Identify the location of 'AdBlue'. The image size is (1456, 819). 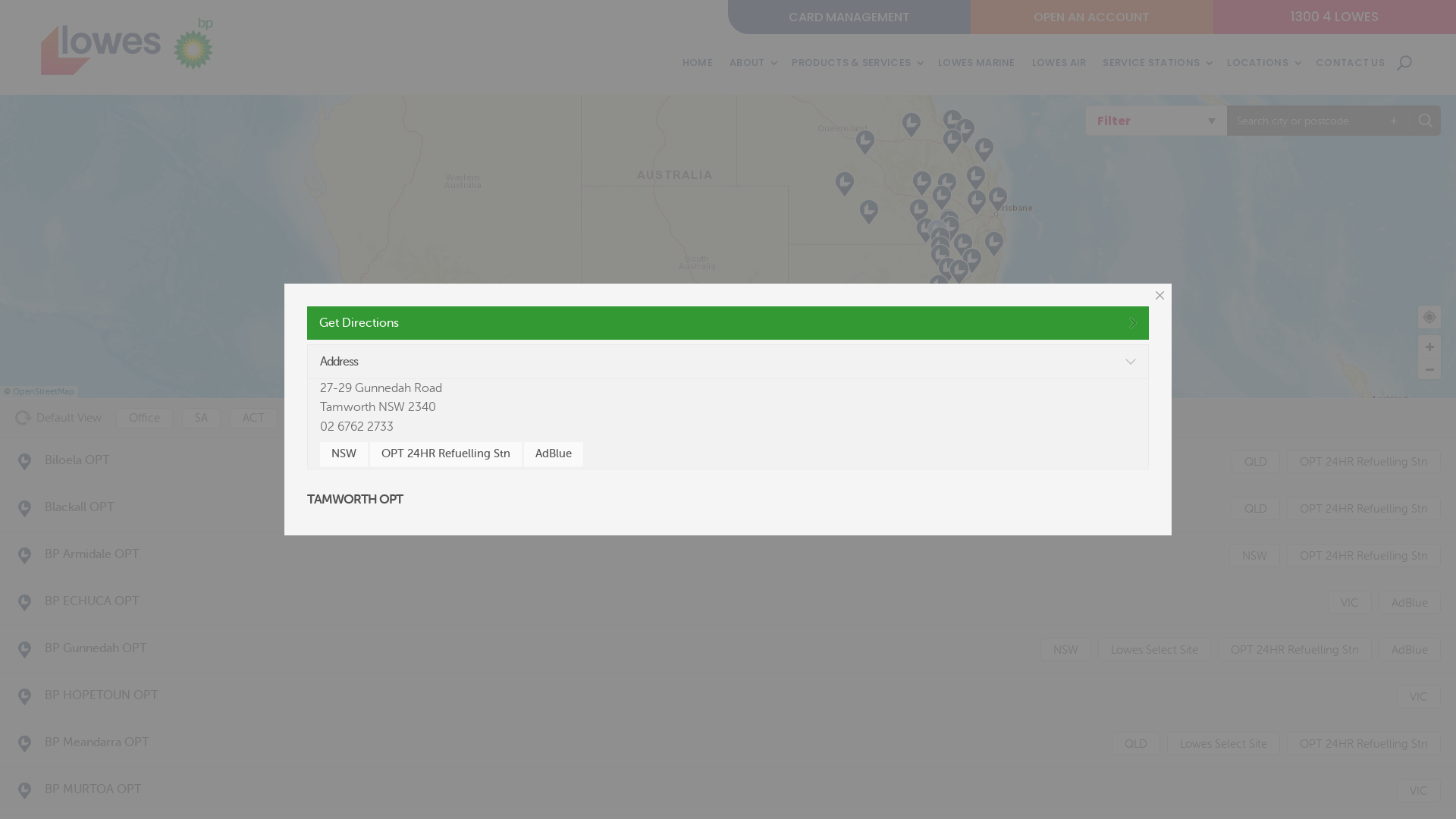
(552, 453).